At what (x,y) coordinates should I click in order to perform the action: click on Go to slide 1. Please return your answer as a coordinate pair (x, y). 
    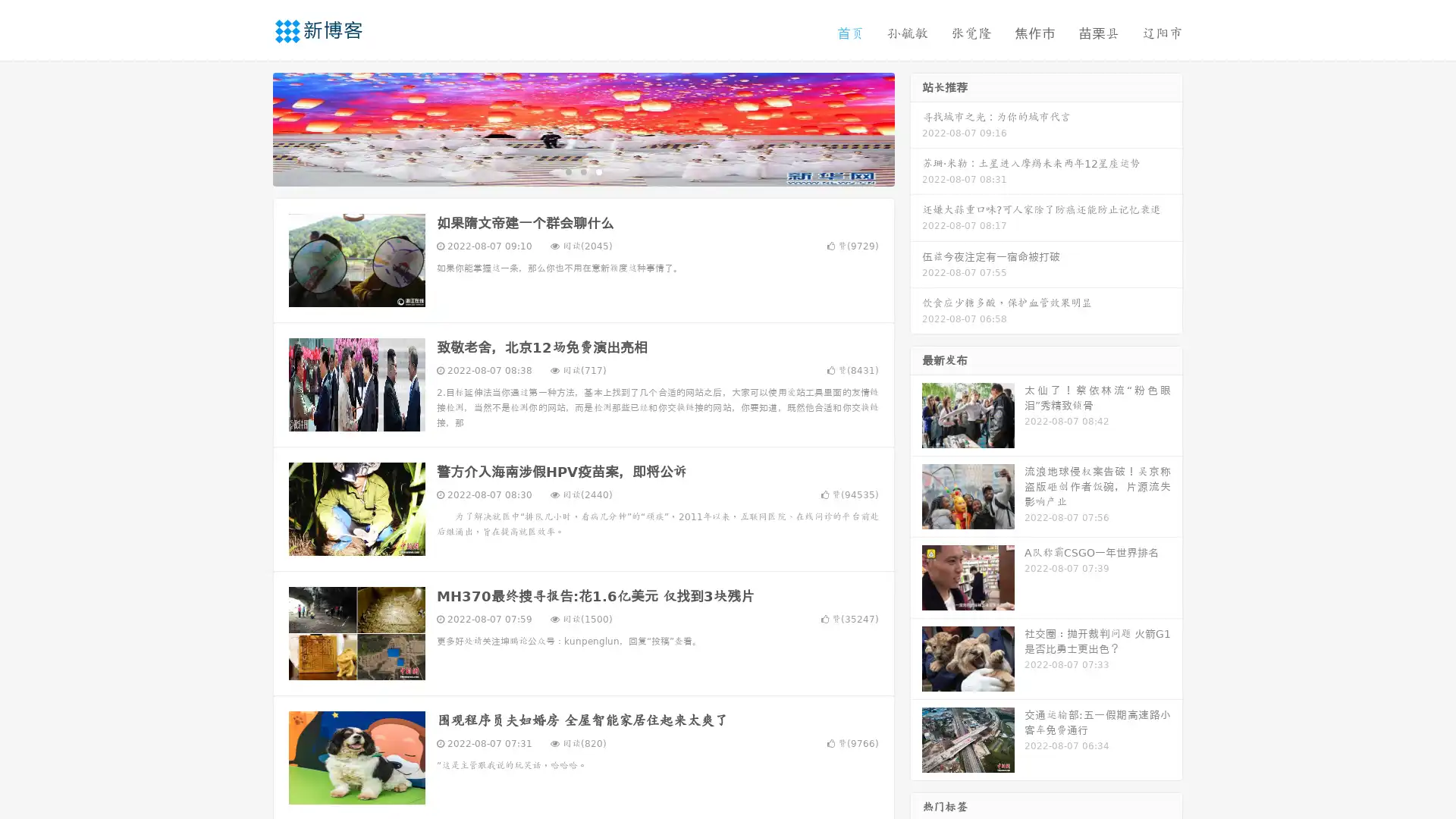
    Looking at the image, I should click on (567, 171).